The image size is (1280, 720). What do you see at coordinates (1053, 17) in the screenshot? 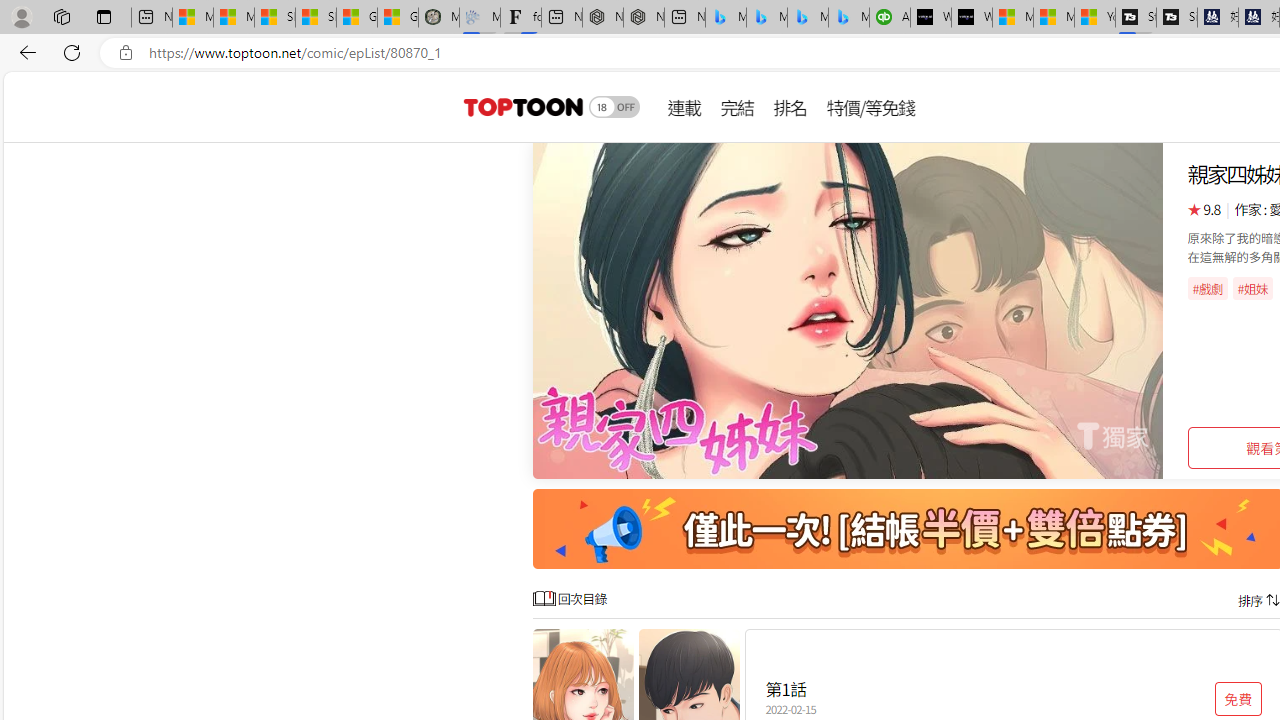
I see `'Microsoft Start'` at bounding box center [1053, 17].